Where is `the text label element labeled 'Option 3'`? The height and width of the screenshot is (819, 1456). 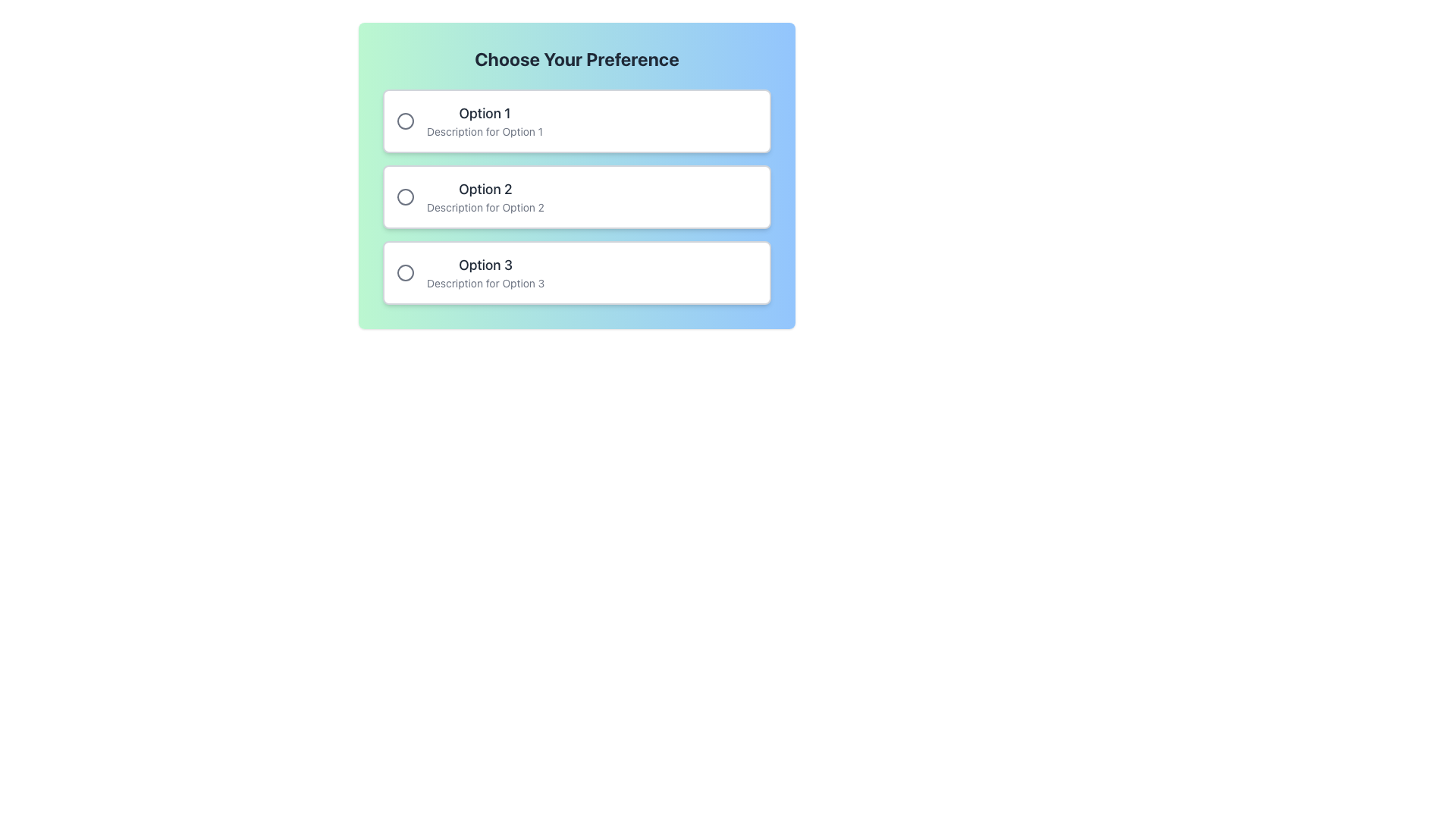
the text label element labeled 'Option 3' is located at coordinates (469, 271).